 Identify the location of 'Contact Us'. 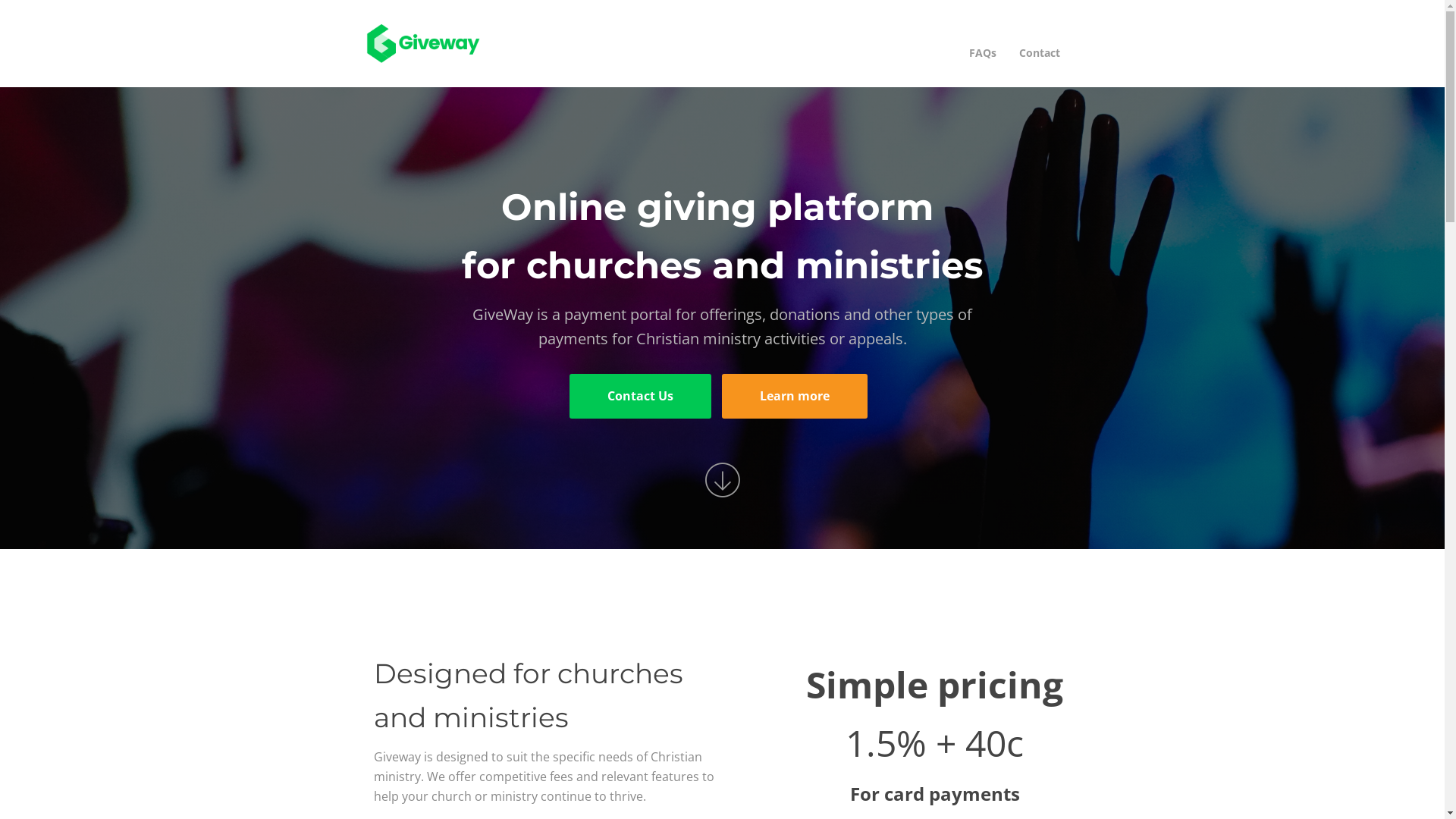
(640, 395).